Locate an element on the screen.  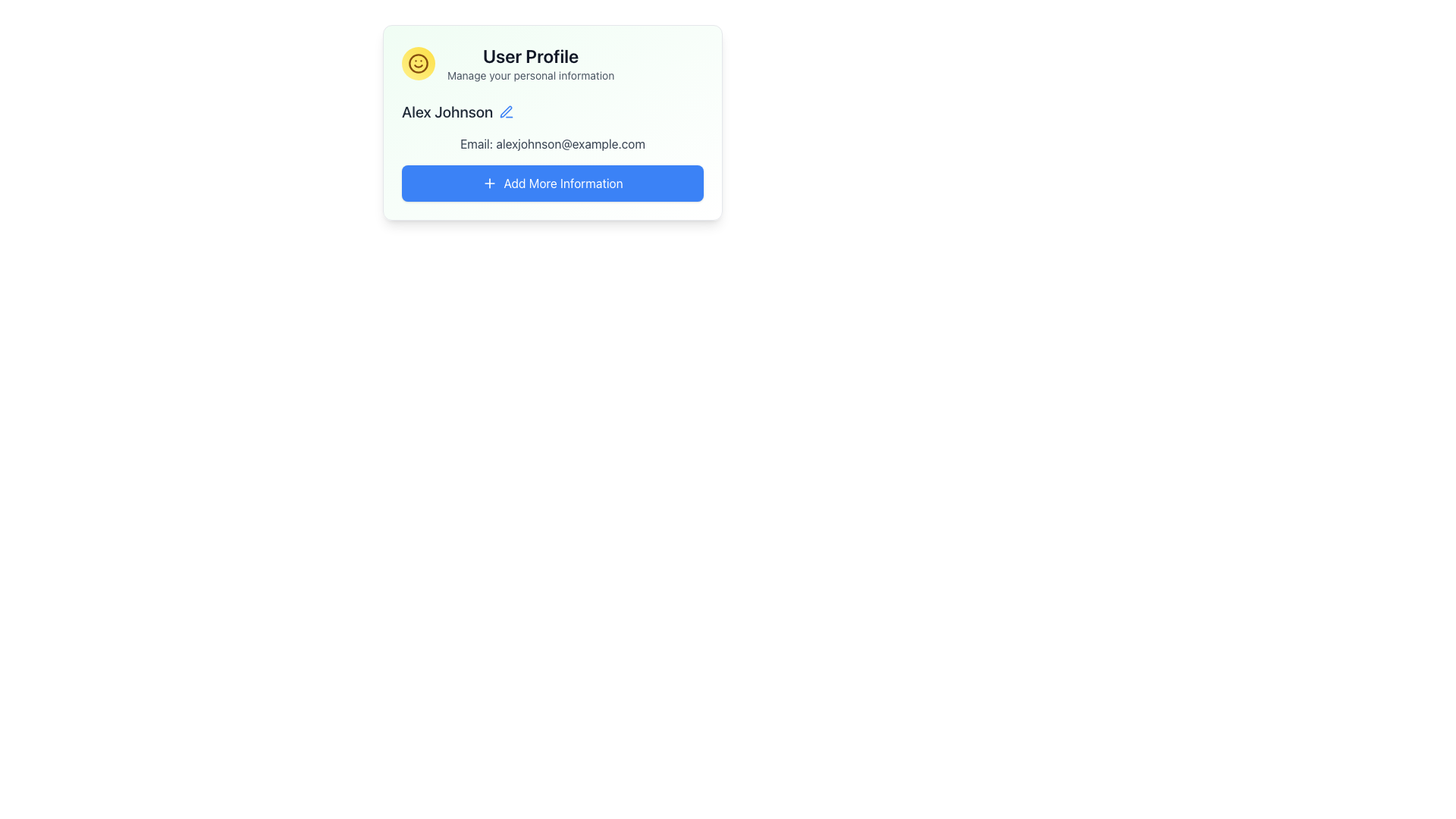
the yellow circular icon with a smiley face located at the top-left corner of the user profile card is located at coordinates (419, 63).